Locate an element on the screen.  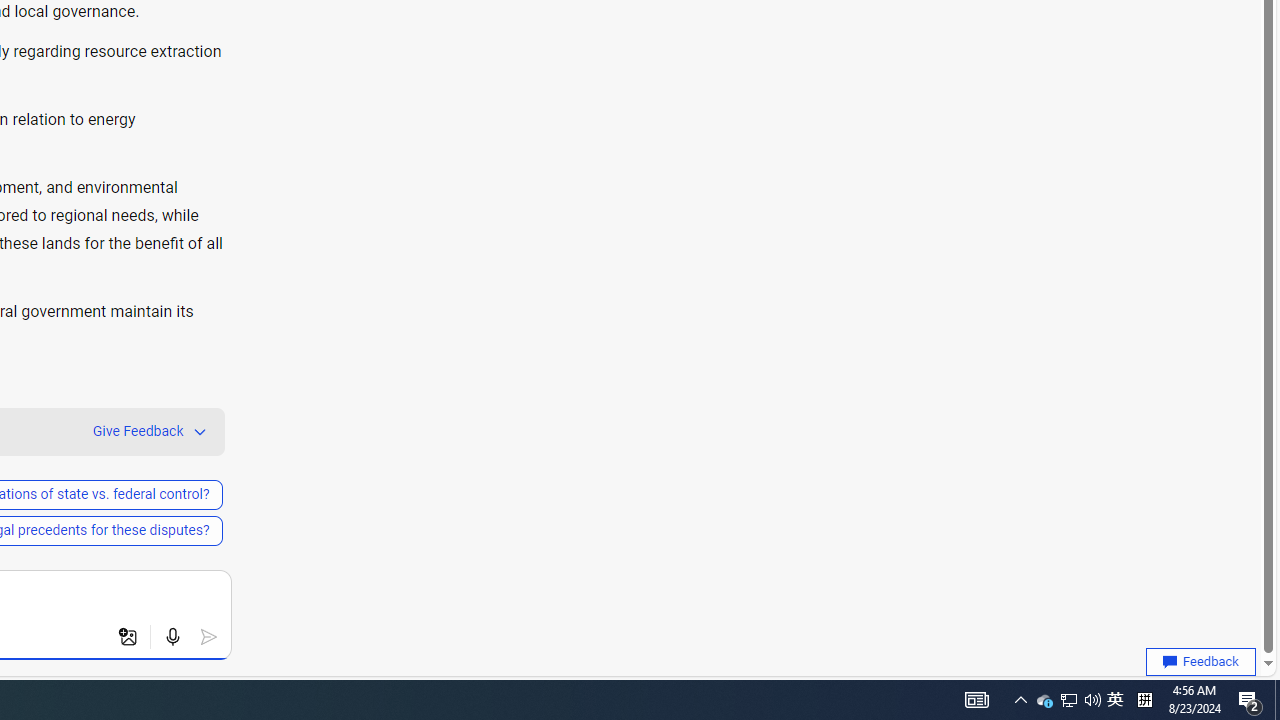
'Submit' is located at coordinates (208, 637).